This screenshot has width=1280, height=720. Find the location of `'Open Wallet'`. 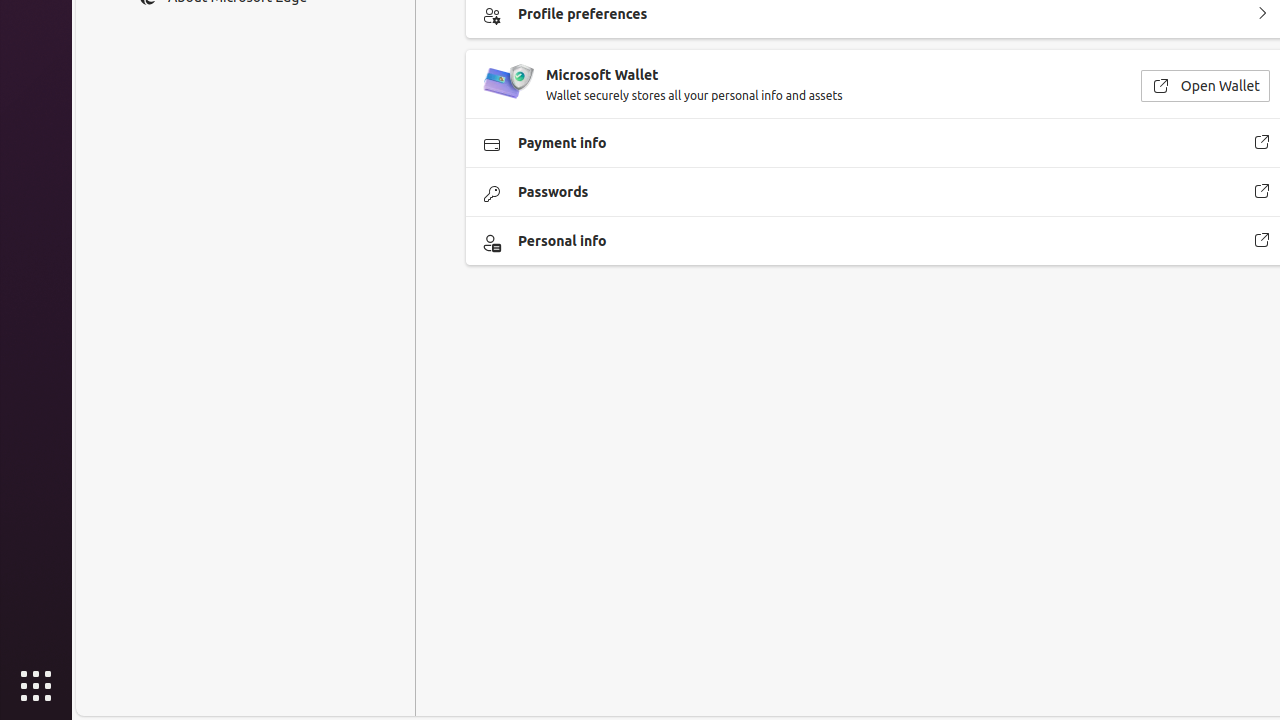

'Open Wallet' is located at coordinates (1203, 84).